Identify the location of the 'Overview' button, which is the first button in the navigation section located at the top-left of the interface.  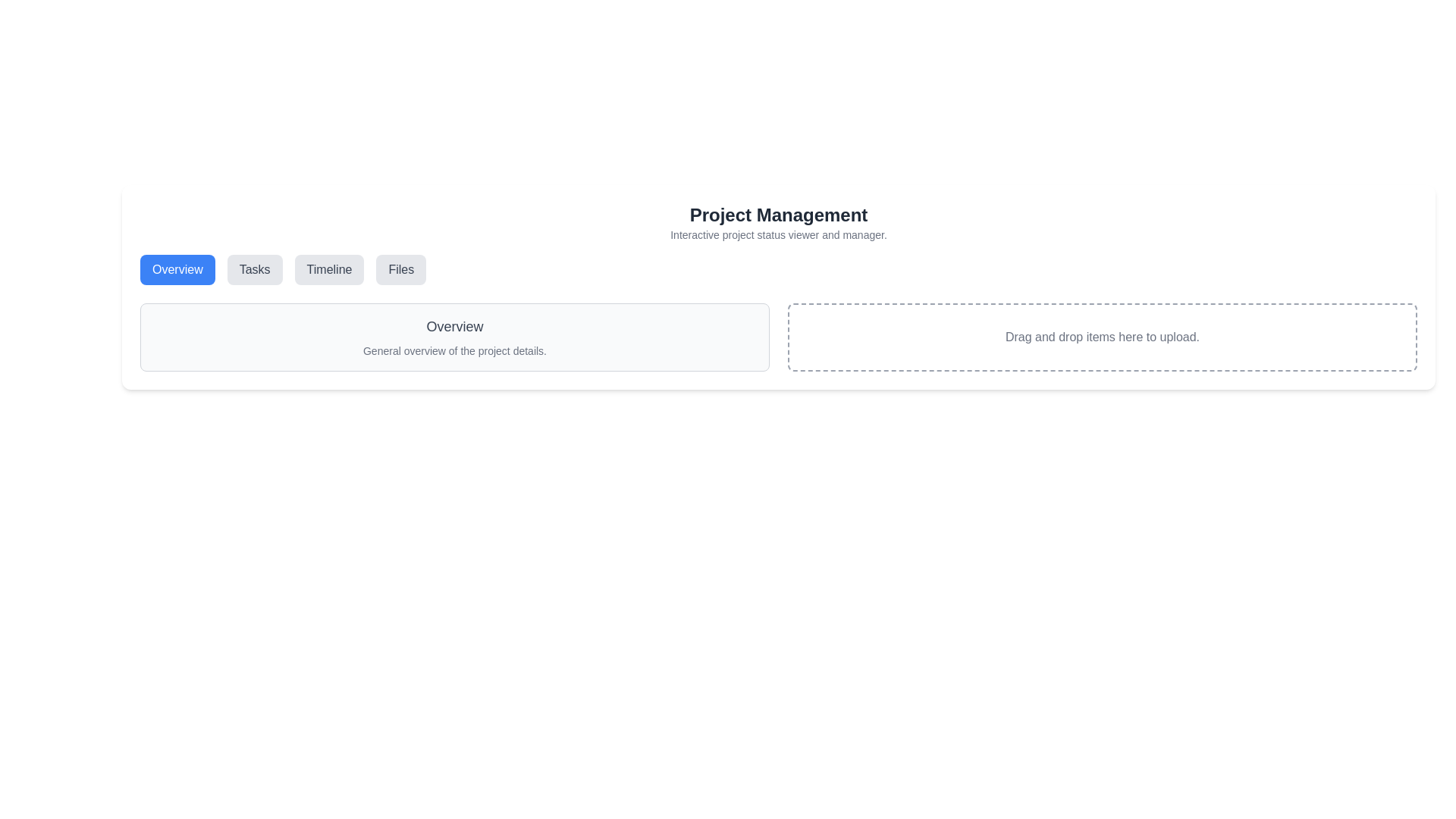
(177, 268).